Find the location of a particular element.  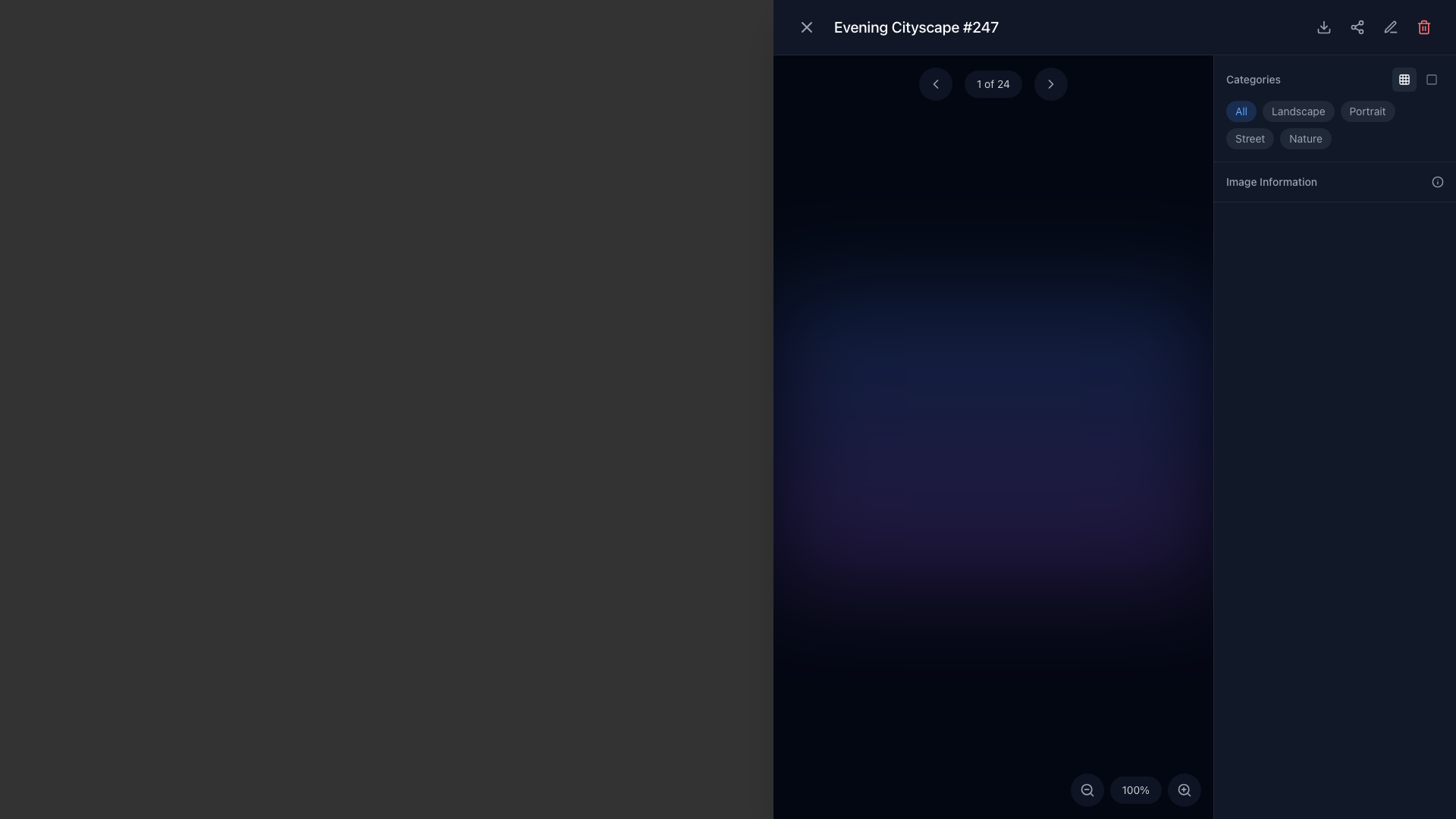

the Icon button located at the top-right corner of the interface is located at coordinates (1323, 27).